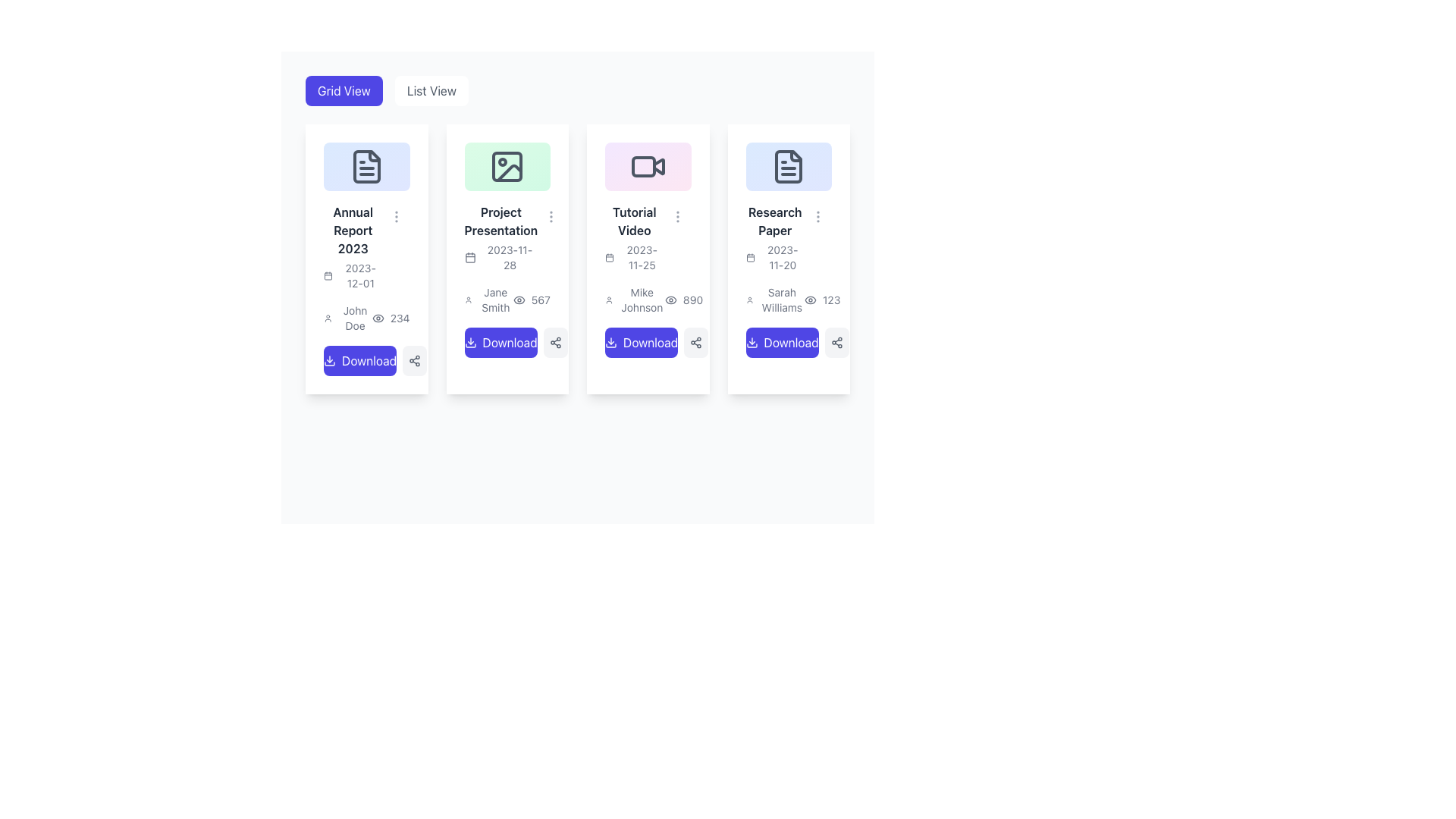 The height and width of the screenshot is (819, 1456). I want to click on the date label located in the third card from the left, beneath the small calendar icon, which displays an associated deadline or event date, so click(642, 256).